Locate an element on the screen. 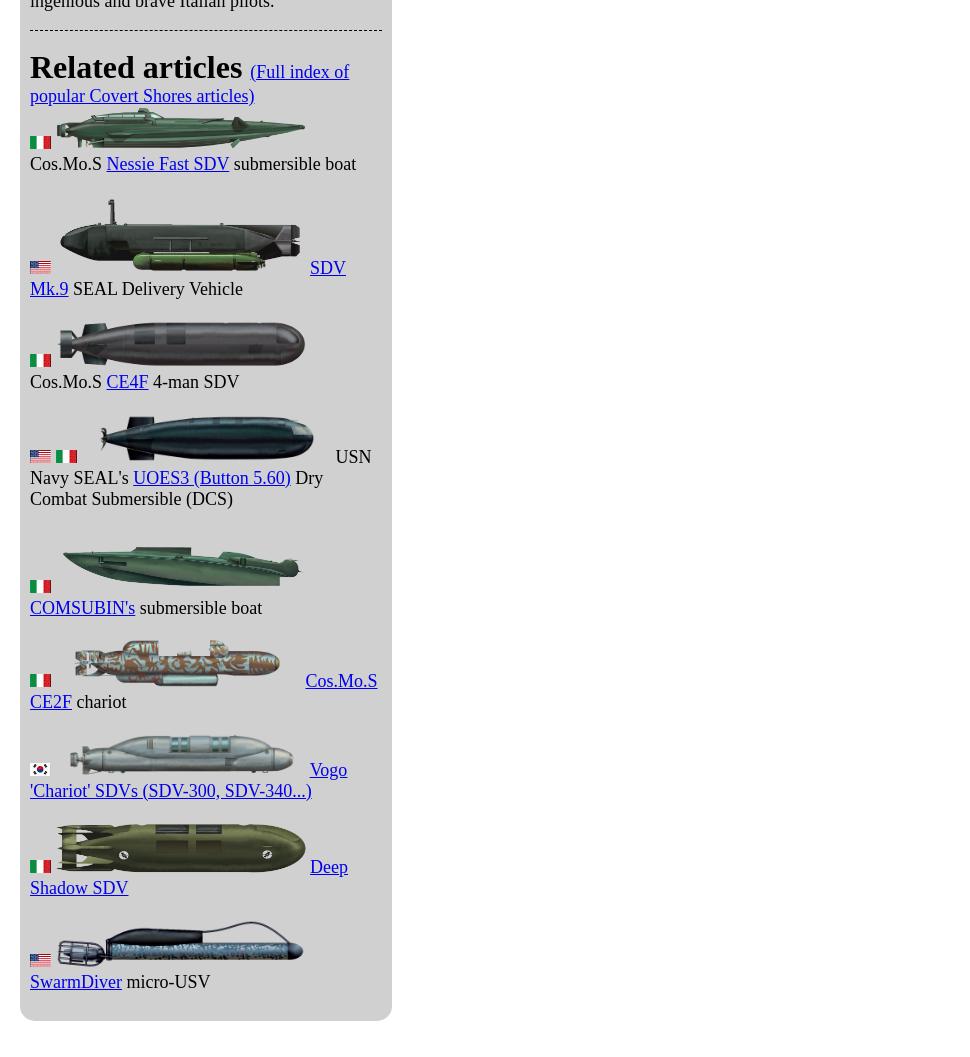 The height and width of the screenshot is (1057, 970). 'Deep Shadow SDV' is located at coordinates (187, 875).